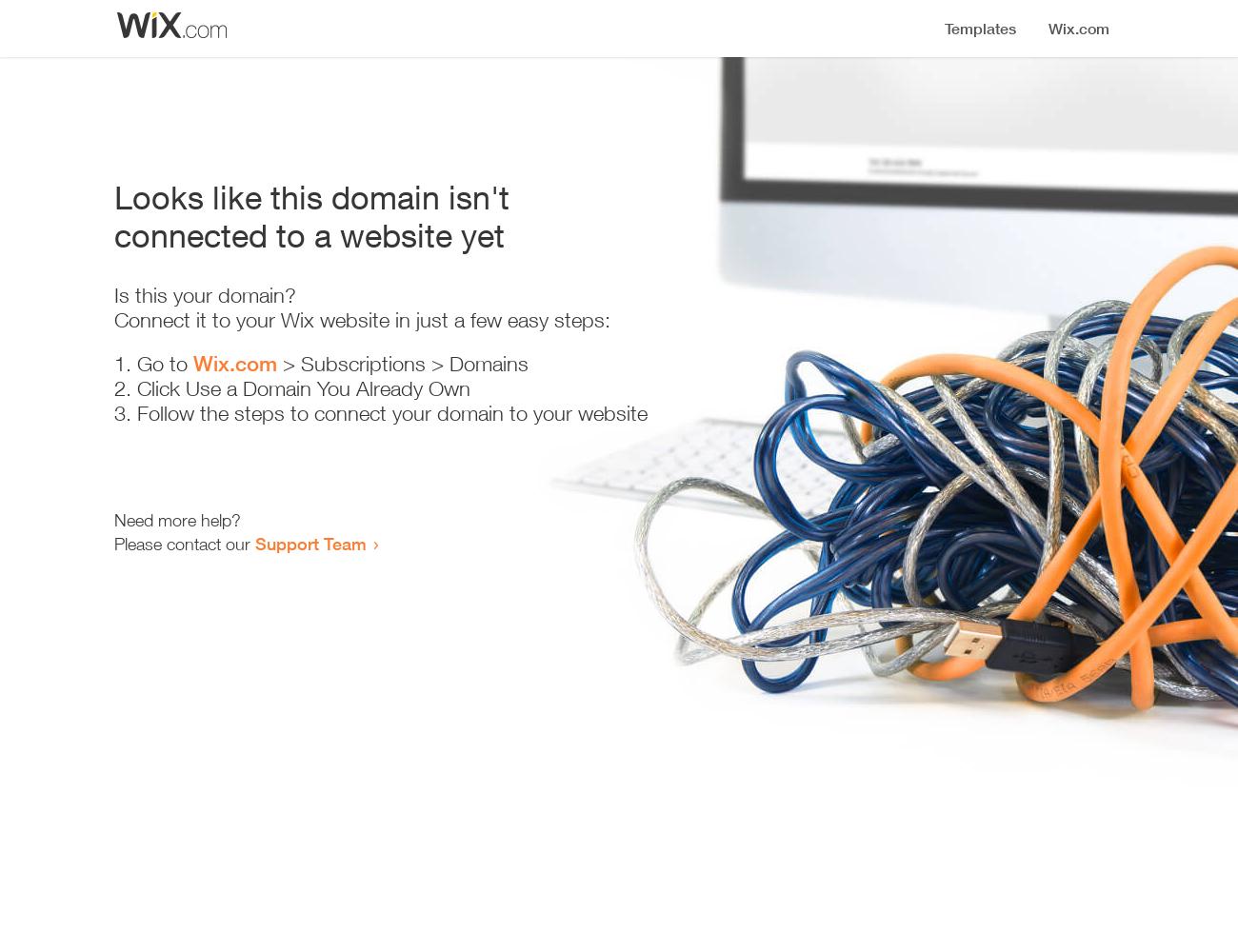  I want to click on 'Go to', so click(165, 364).